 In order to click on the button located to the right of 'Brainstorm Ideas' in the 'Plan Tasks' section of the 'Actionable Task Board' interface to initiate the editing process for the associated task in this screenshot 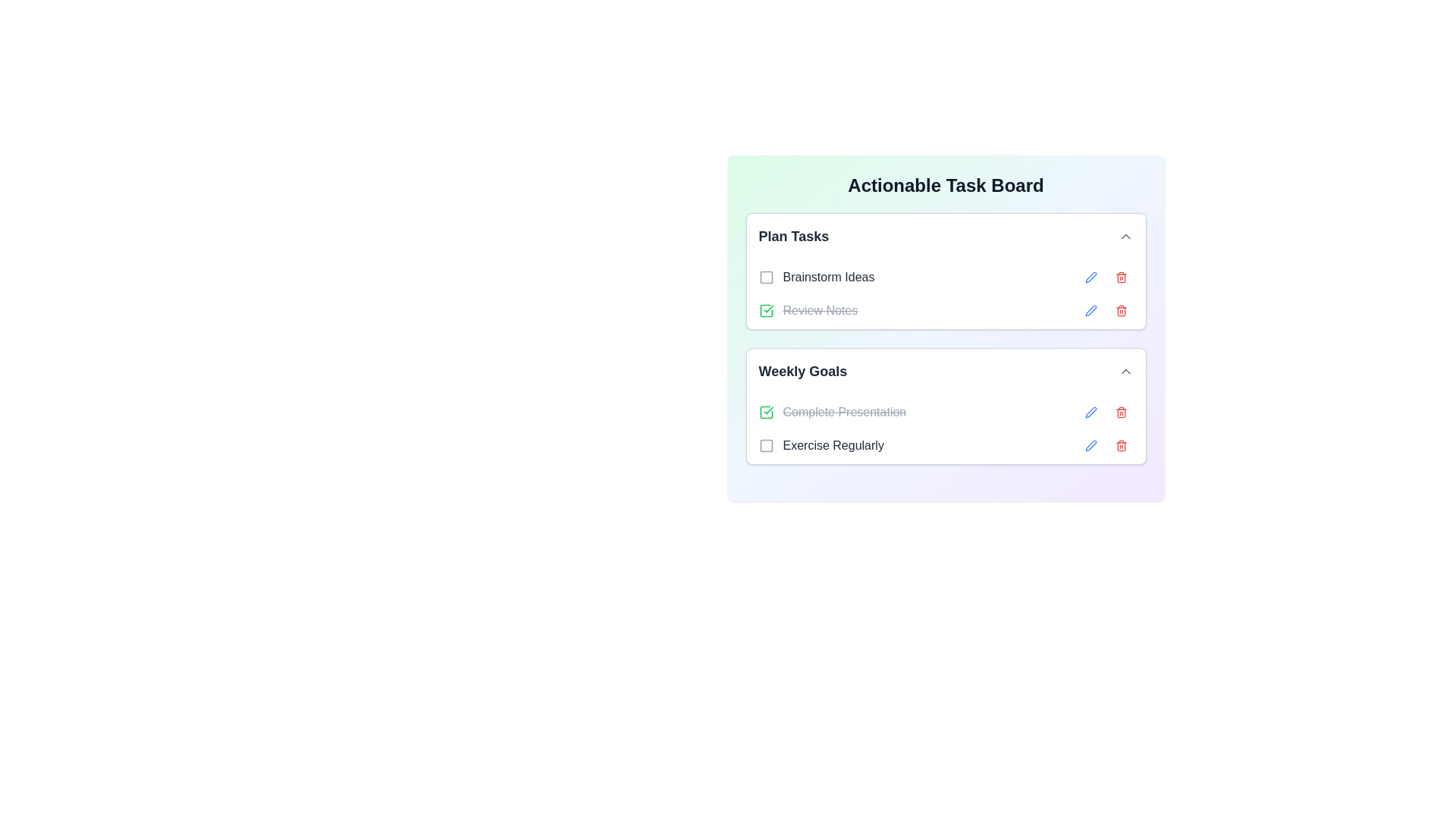, I will do `click(1090, 278)`.